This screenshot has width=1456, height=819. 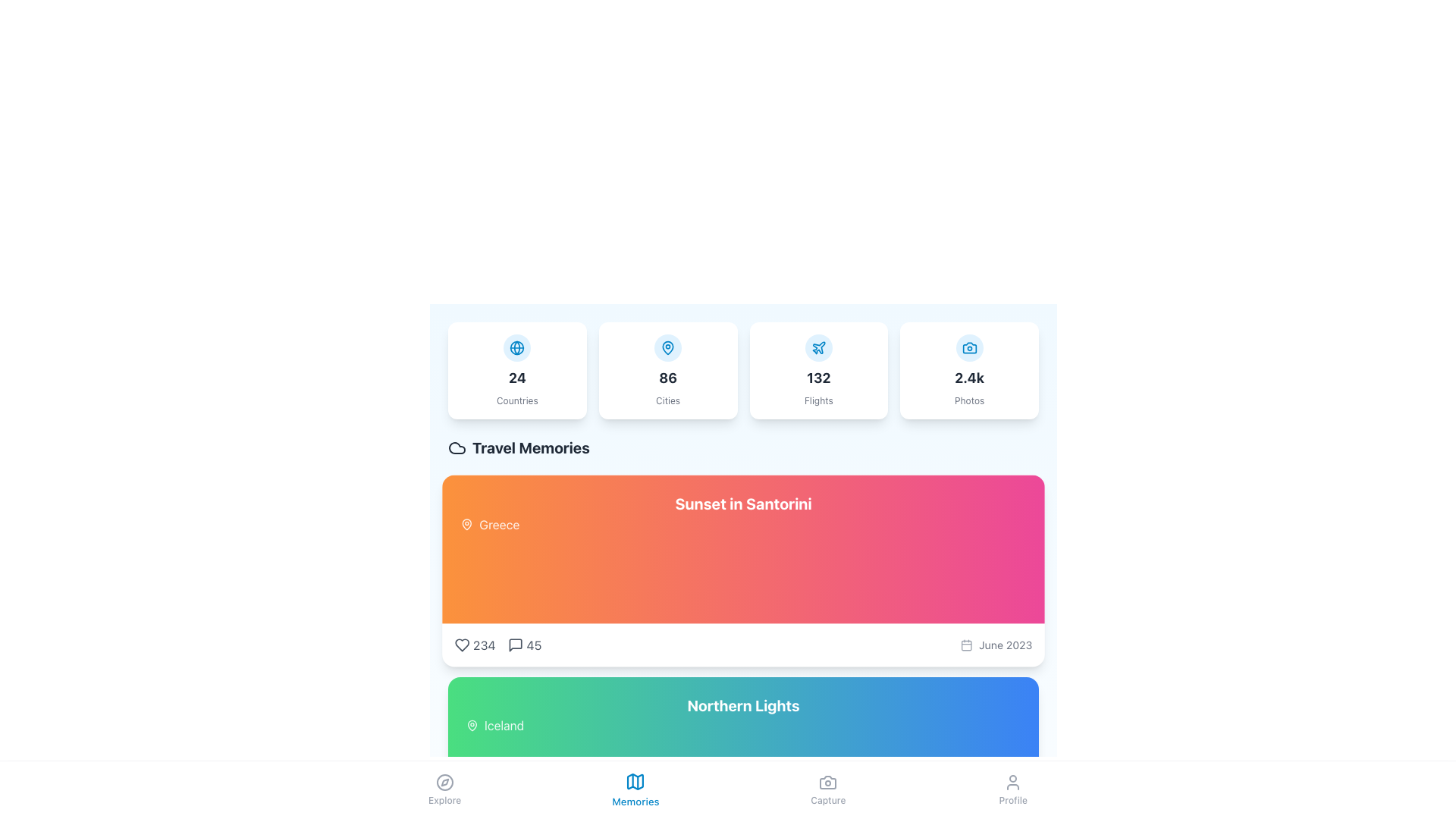 What do you see at coordinates (516, 645) in the screenshot?
I see `the icon located within the horizontal grouping at the bottom of the card labeled 'Sunset in Santorini', positioned` at bounding box center [516, 645].